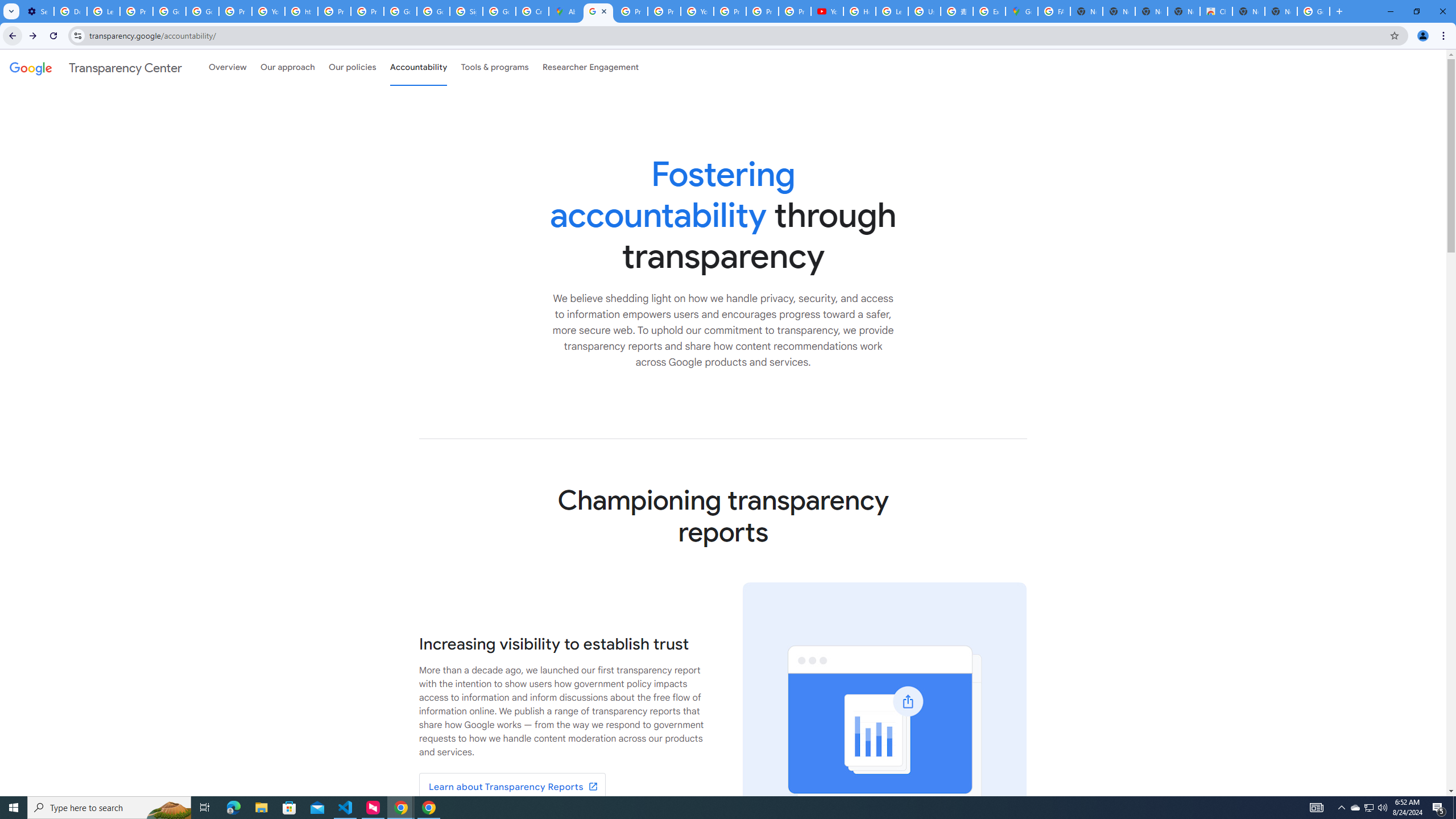 The height and width of the screenshot is (819, 1456). What do you see at coordinates (494, 67) in the screenshot?
I see `'Tools & programs'` at bounding box center [494, 67].